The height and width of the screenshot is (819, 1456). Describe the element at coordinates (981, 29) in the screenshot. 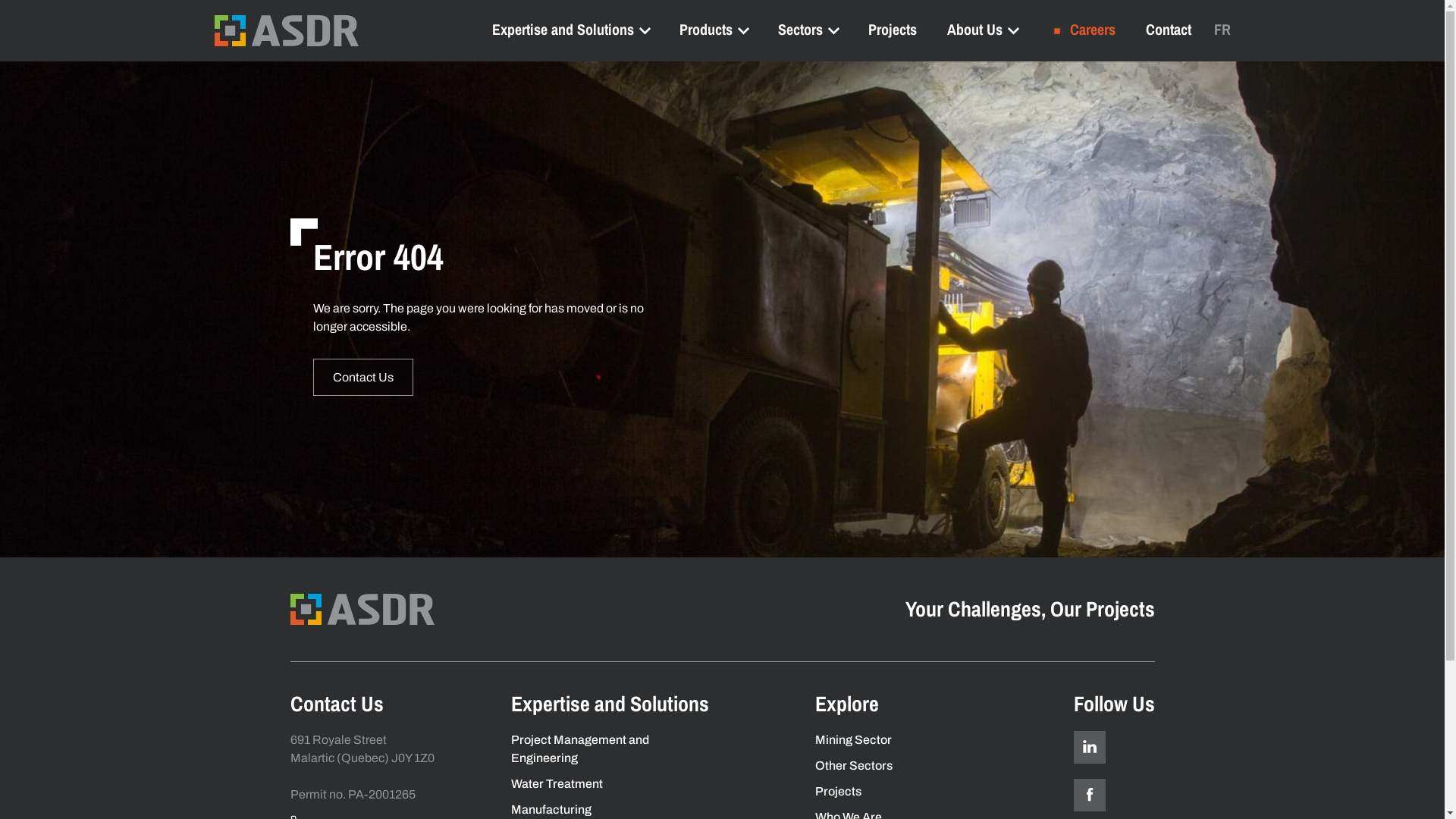

I see `'About Us'` at that location.